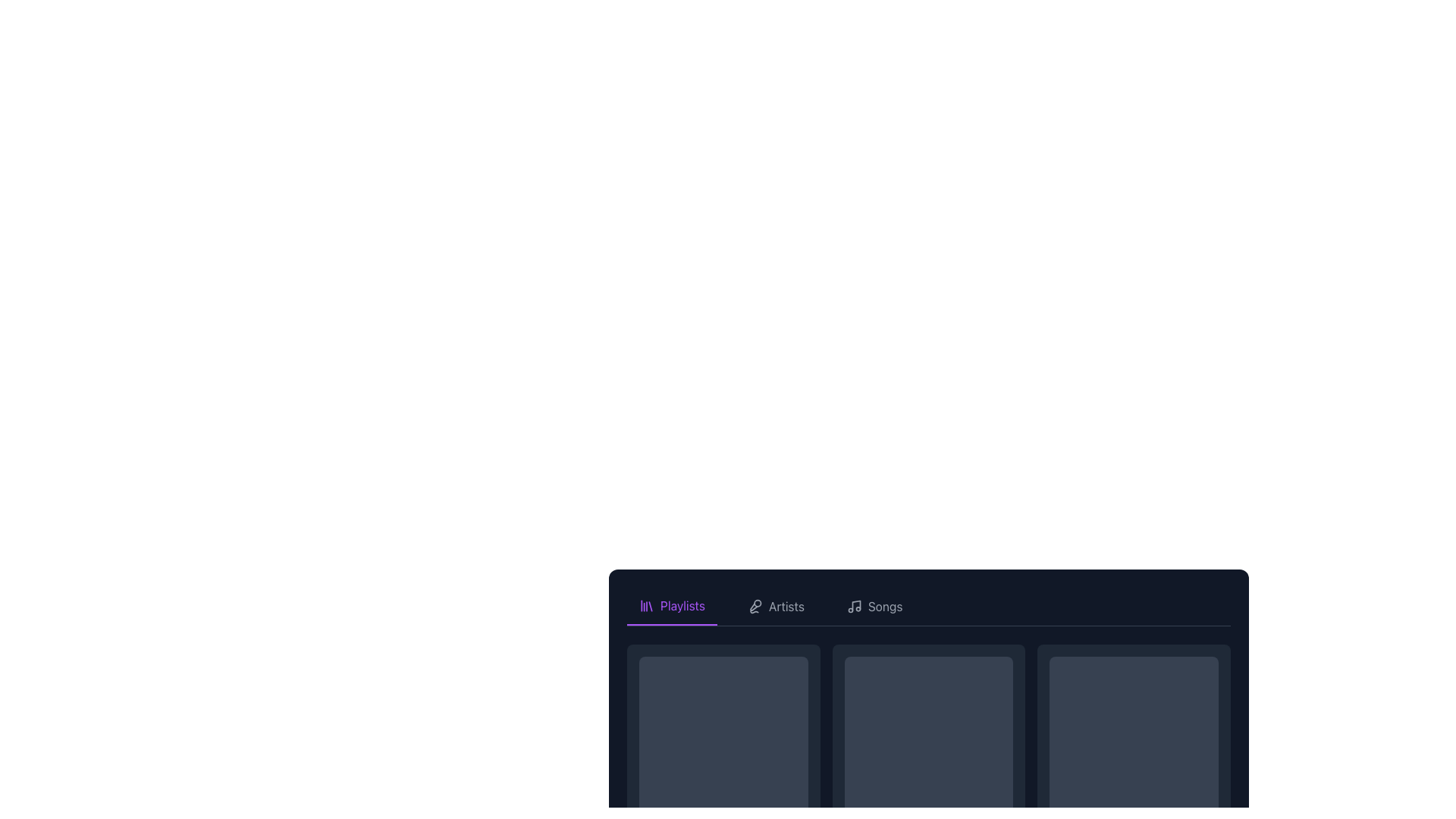 This screenshot has width=1456, height=819. Describe the element at coordinates (671, 605) in the screenshot. I see `the Interactive Navigation Tab, the first item in a horizontally arranged list of three items within the menu, located on the left-hand side preceding 'Artists' and 'Songs'` at that location.